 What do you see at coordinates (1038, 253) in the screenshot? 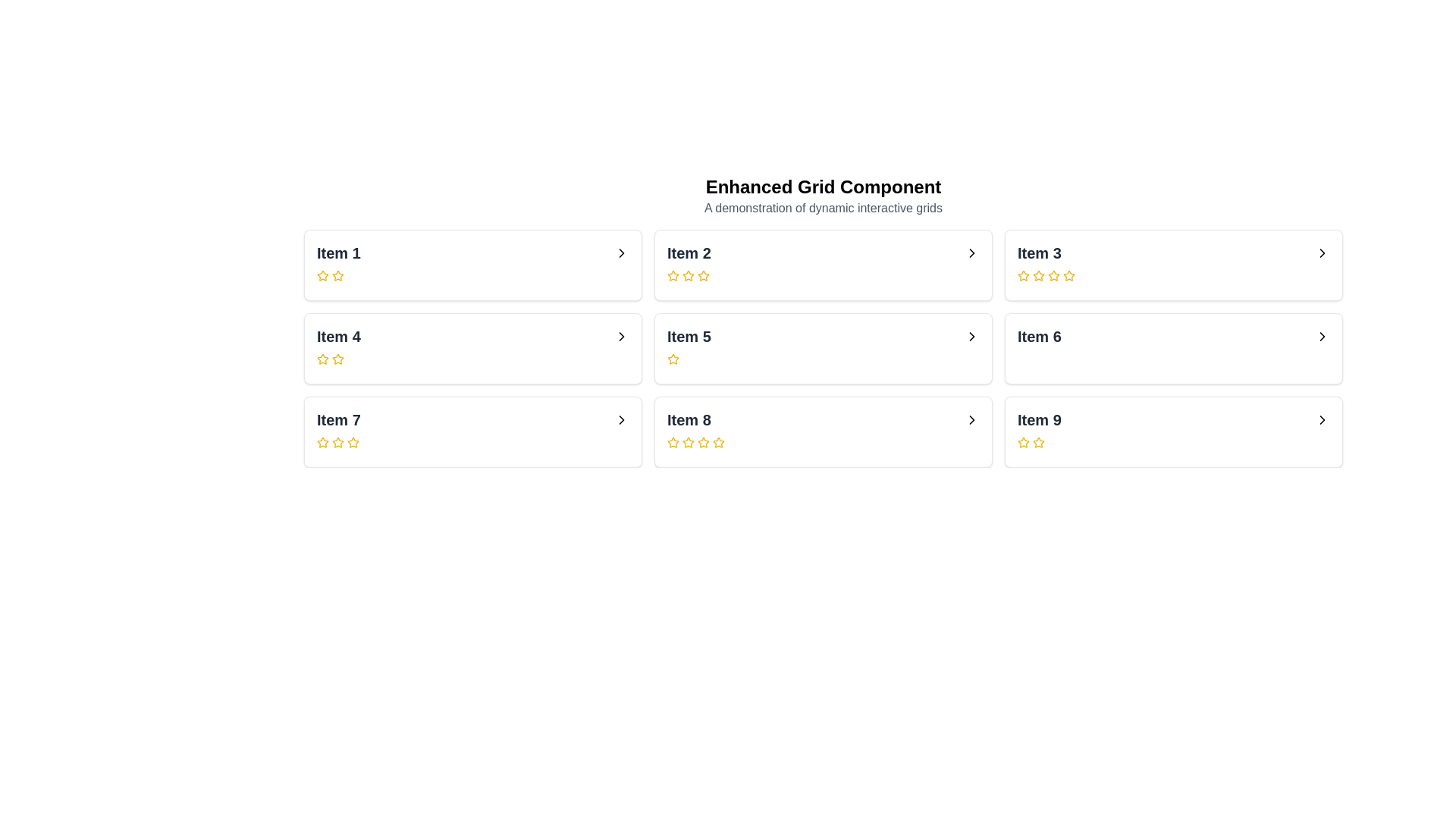
I see `the header label for 'Item 3' located` at bounding box center [1038, 253].